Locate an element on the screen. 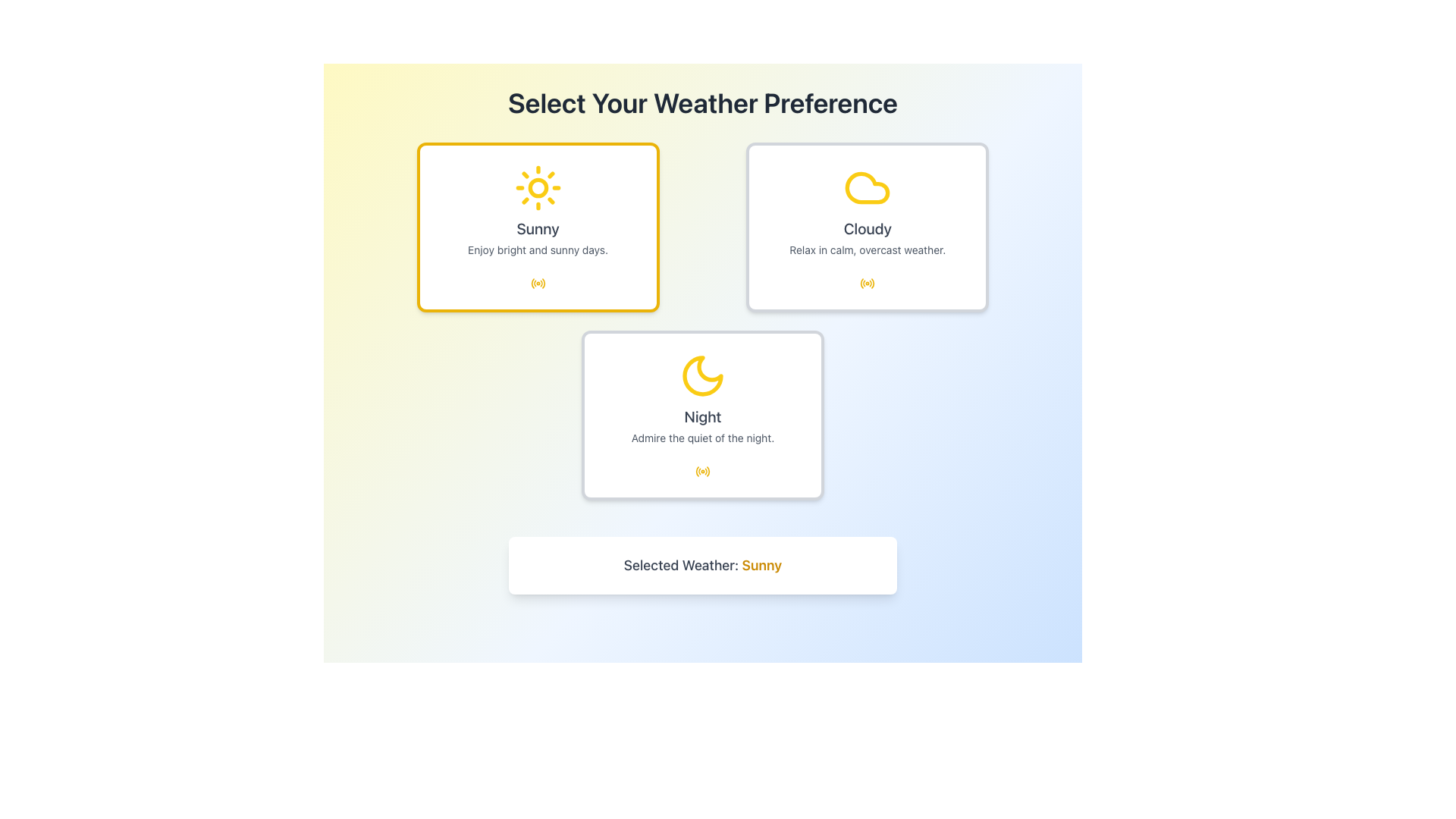  the 'Cloudy' weather icon located in the top-right card of the weather options, which is visually represented as a cloudy weather symbol above the text label 'Cloudy' is located at coordinates (868, 187).